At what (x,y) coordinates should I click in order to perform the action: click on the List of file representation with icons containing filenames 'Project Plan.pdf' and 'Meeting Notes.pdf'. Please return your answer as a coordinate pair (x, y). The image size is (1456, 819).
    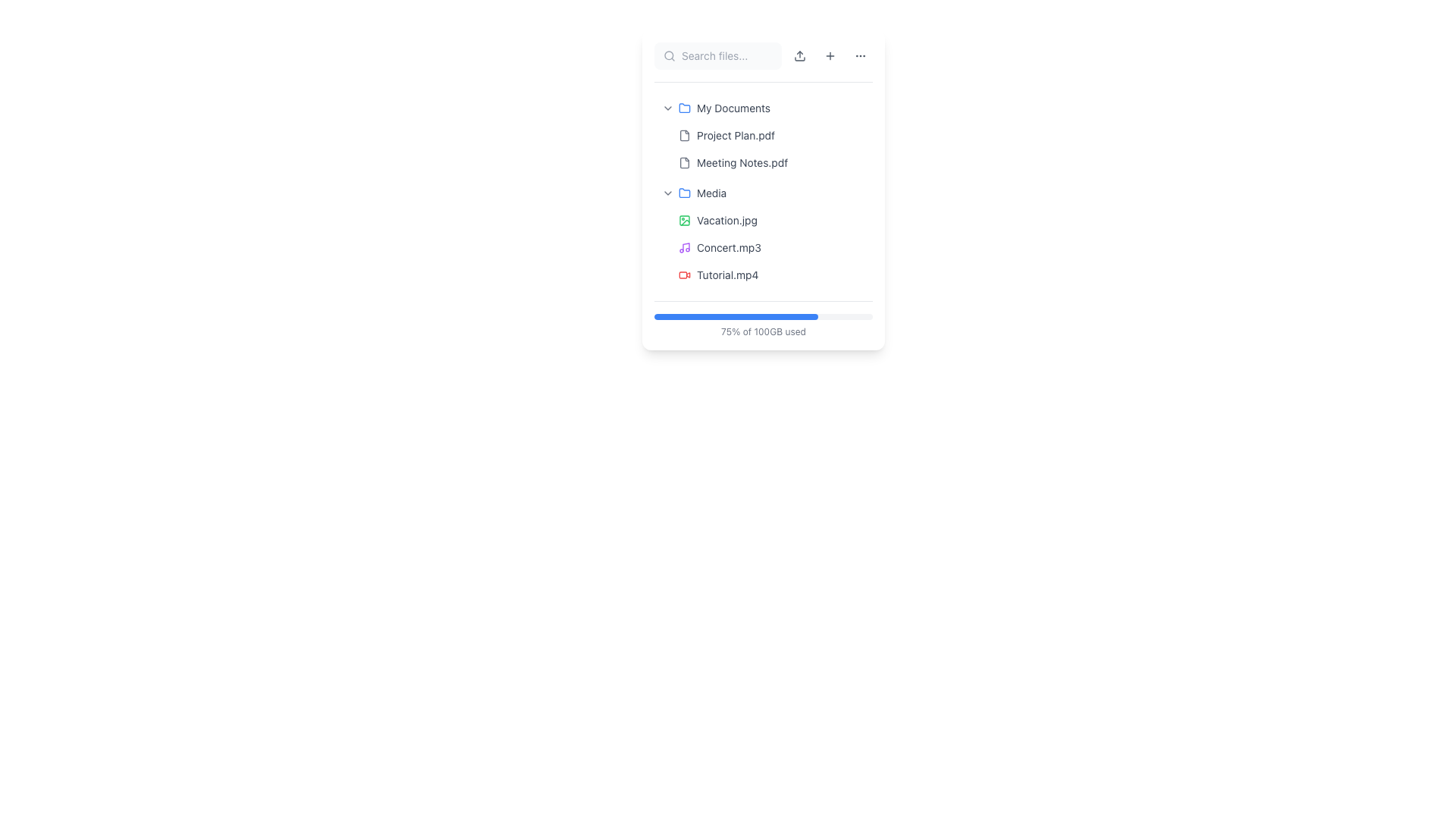
    Looking at the image, I should click on (772, 149).